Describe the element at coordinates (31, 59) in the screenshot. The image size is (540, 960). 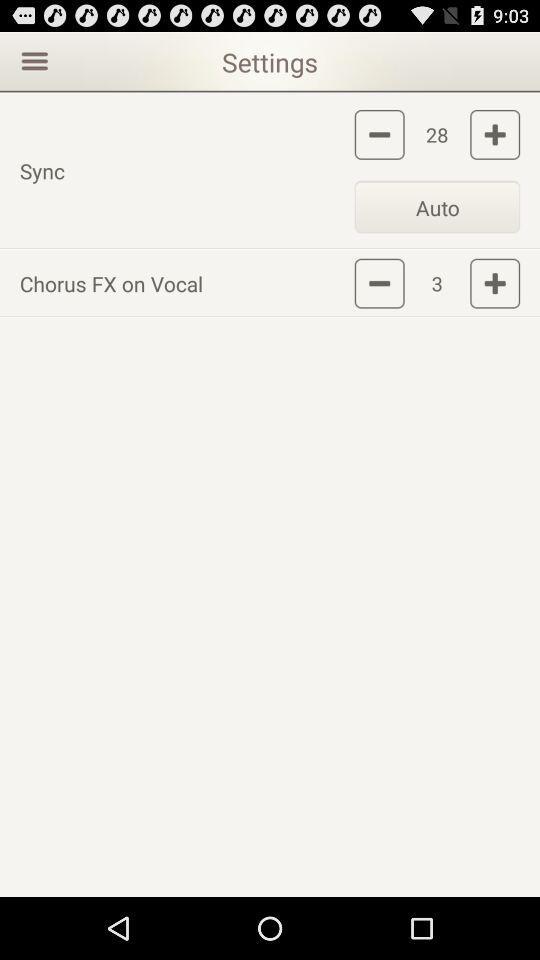
I see `app to the left of the settings item` at that location.